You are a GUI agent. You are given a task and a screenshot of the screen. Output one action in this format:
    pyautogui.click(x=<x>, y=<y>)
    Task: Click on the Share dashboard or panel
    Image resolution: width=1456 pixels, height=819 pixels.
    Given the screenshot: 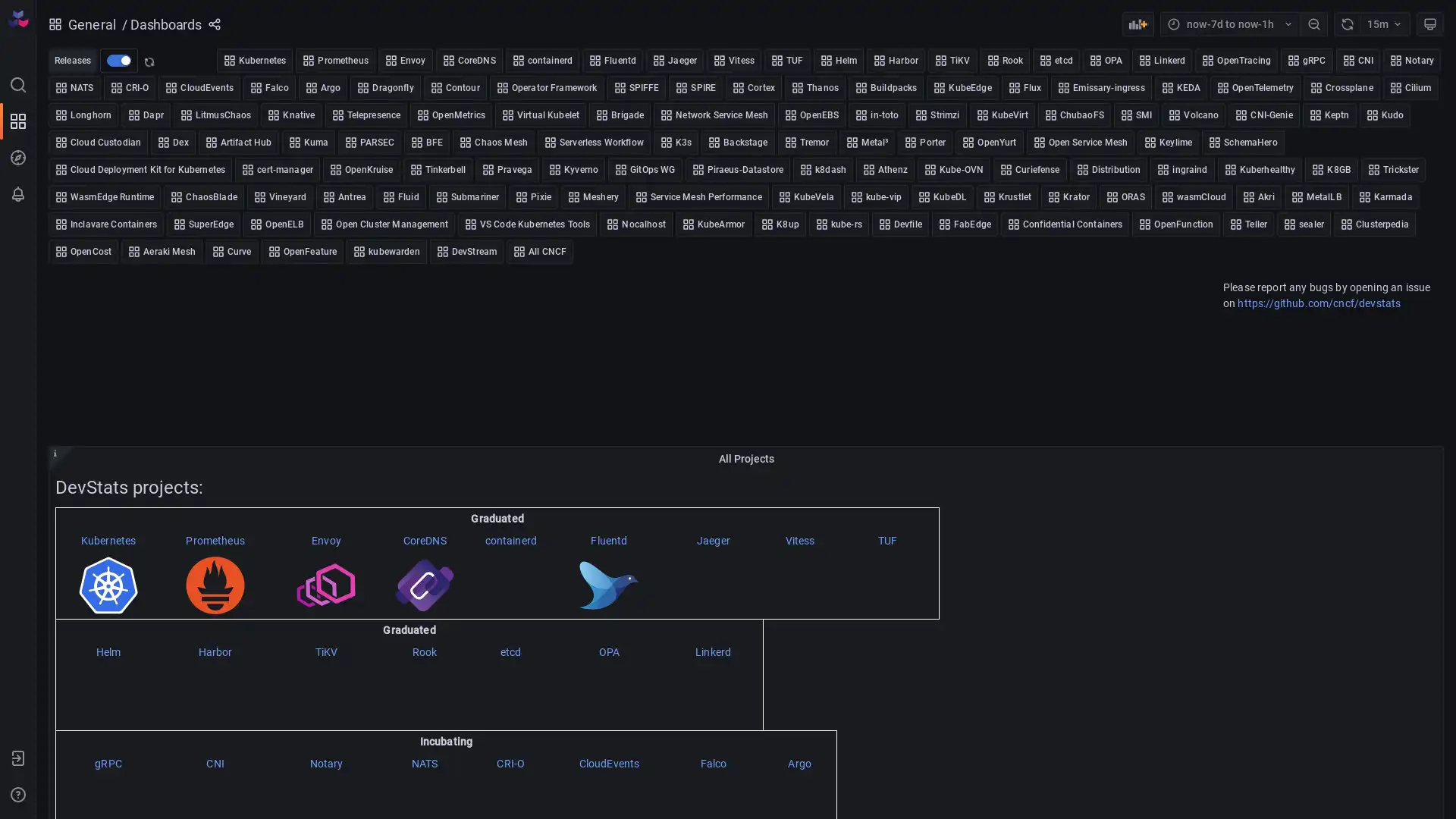 What is the action you would take?
    pyautogui.click(x=213, y=24)
    